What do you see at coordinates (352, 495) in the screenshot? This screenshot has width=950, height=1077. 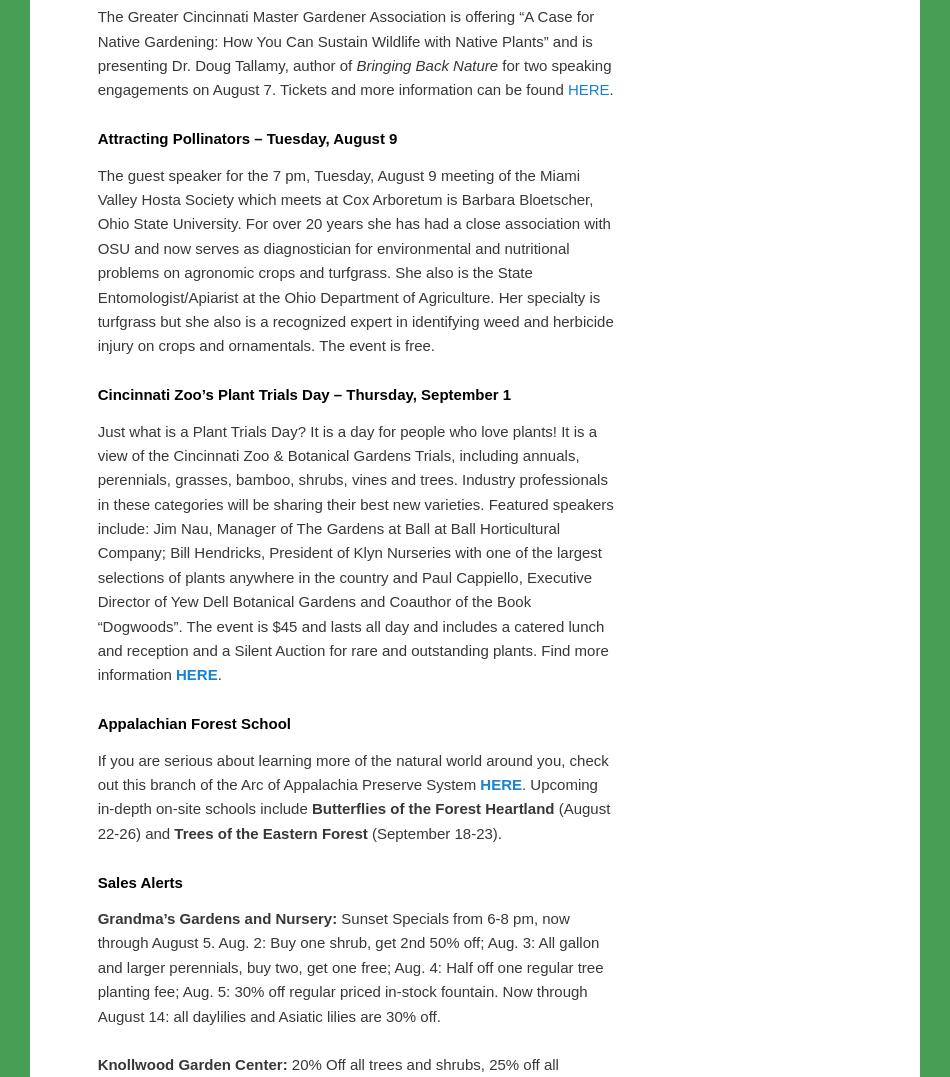 I see `'for two speaking engagements on August 7. Tickets and more information can be found'` at bounding box center [352, 495].